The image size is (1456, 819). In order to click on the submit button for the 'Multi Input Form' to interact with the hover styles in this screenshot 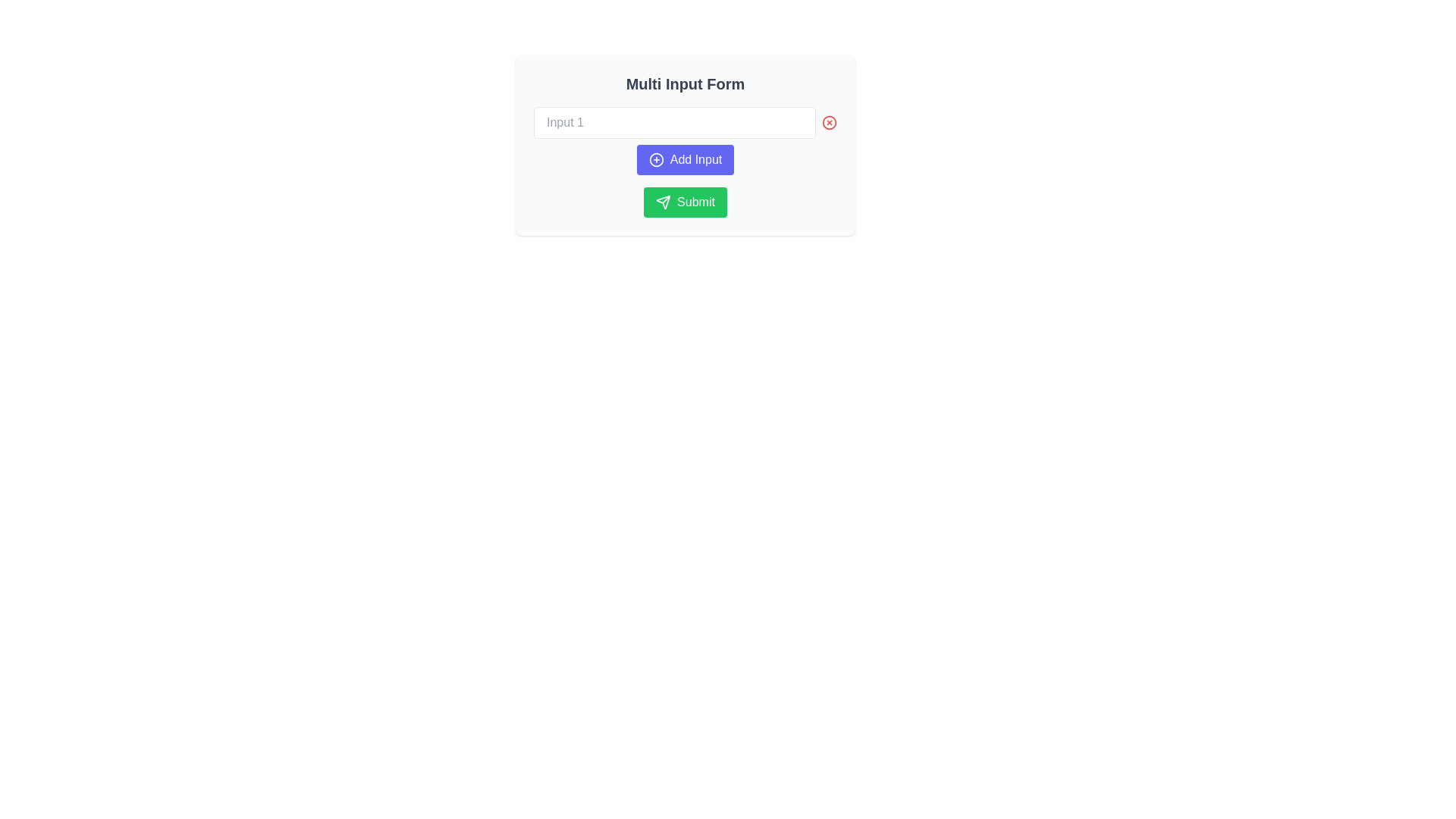, I will do `click(684, 201)`.